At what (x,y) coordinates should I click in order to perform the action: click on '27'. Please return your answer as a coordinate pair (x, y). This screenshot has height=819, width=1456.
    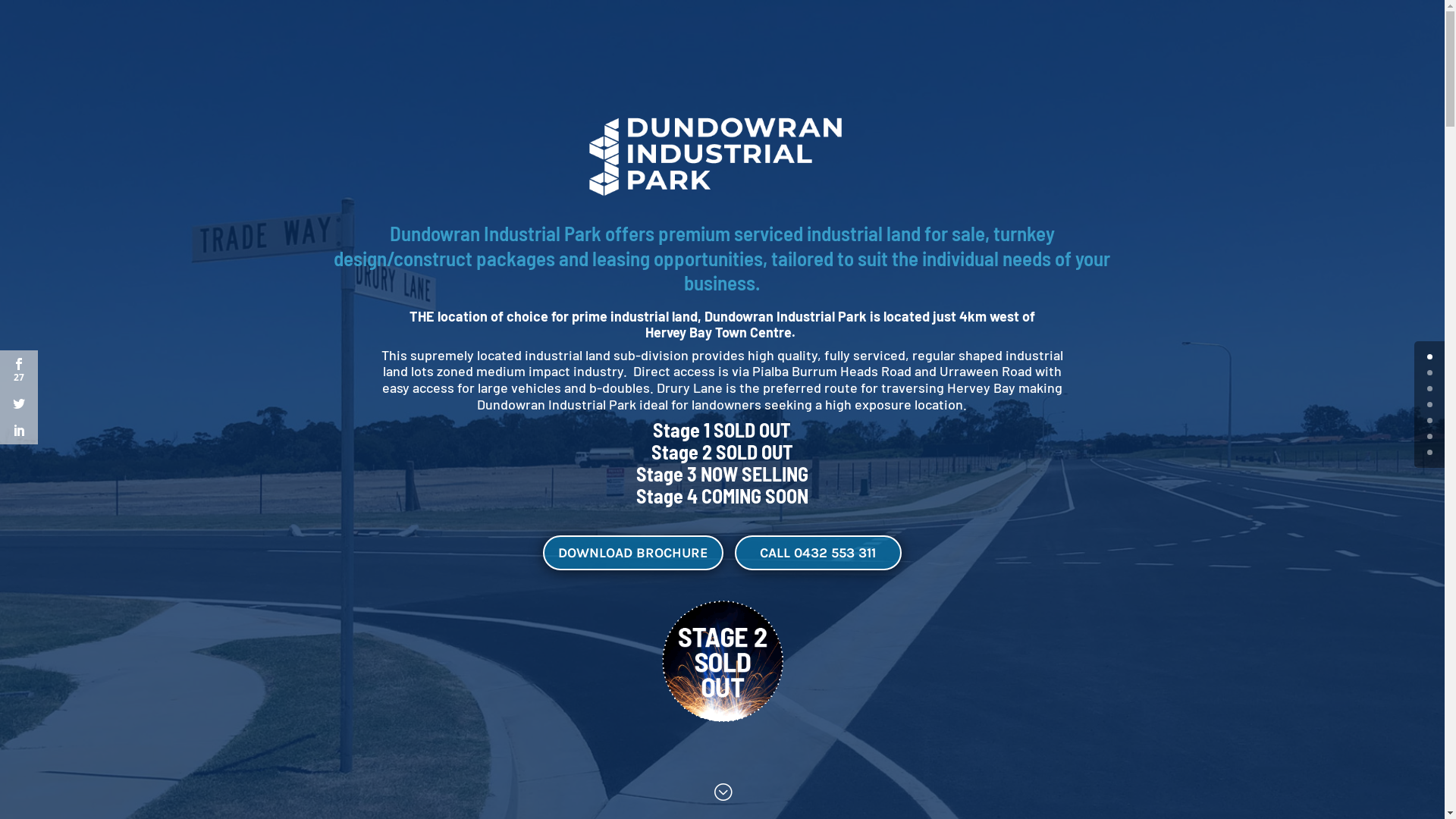
    Looking at the image, I should click on (18, 370).